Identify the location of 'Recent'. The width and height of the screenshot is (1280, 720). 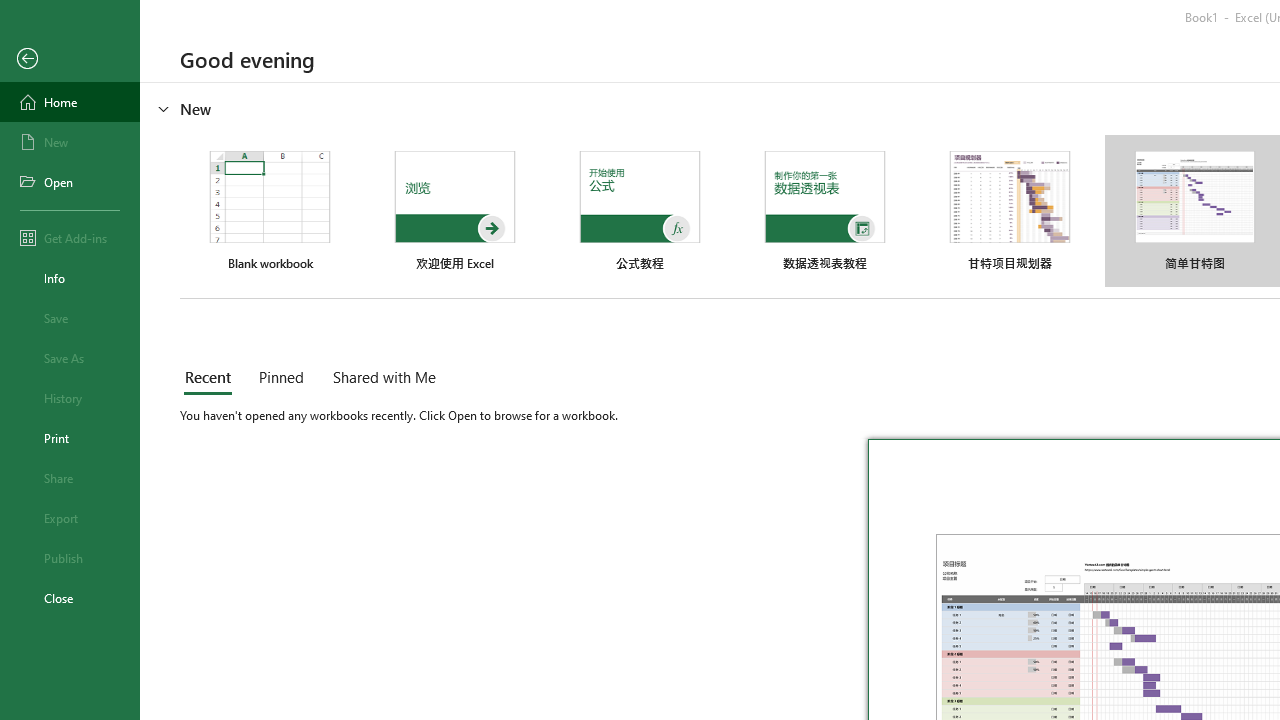
(212, 379).